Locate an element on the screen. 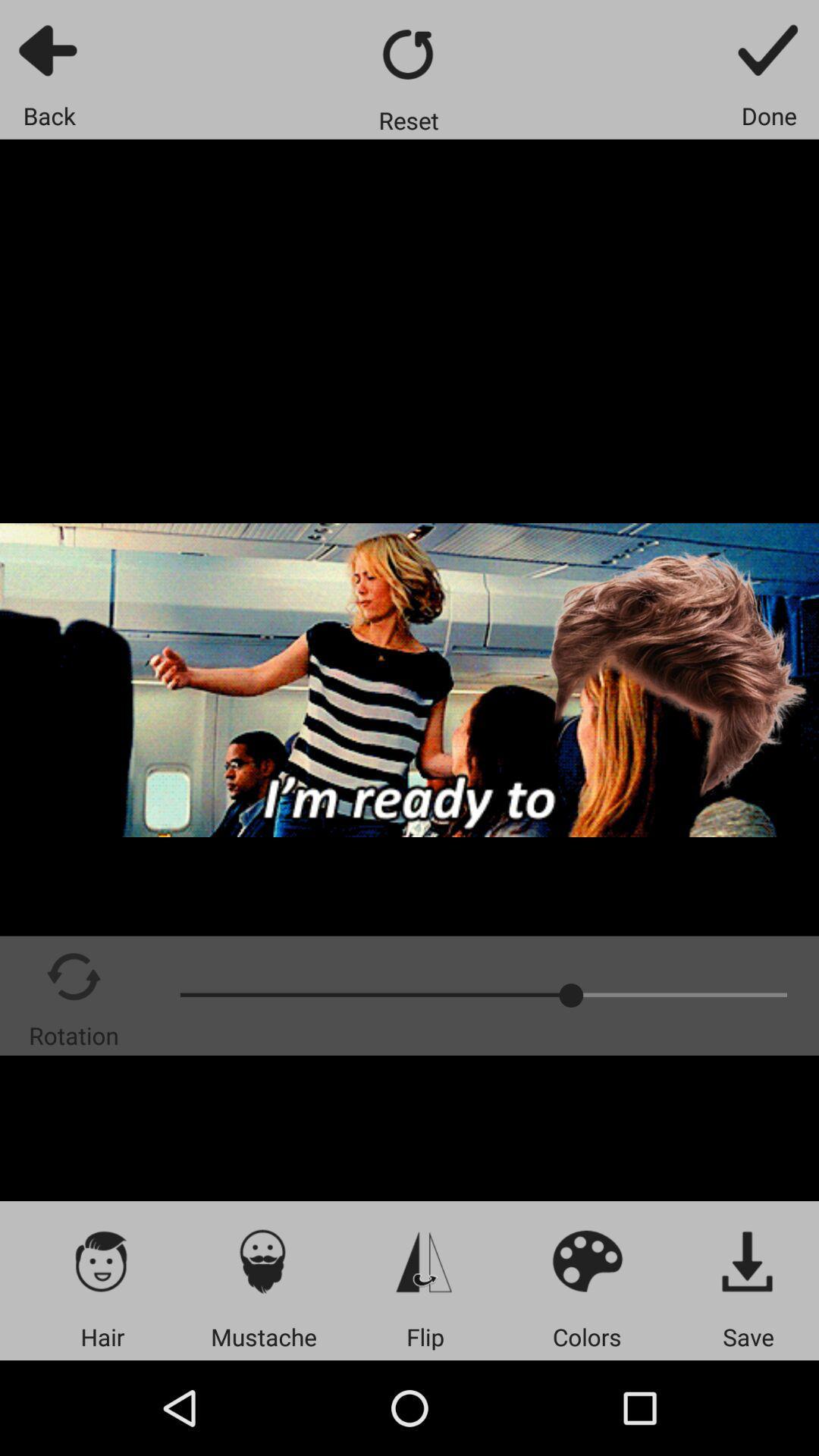 The width and height of the screenshot is (819, 1456). the item above the done is located at coordinates (769, 49).